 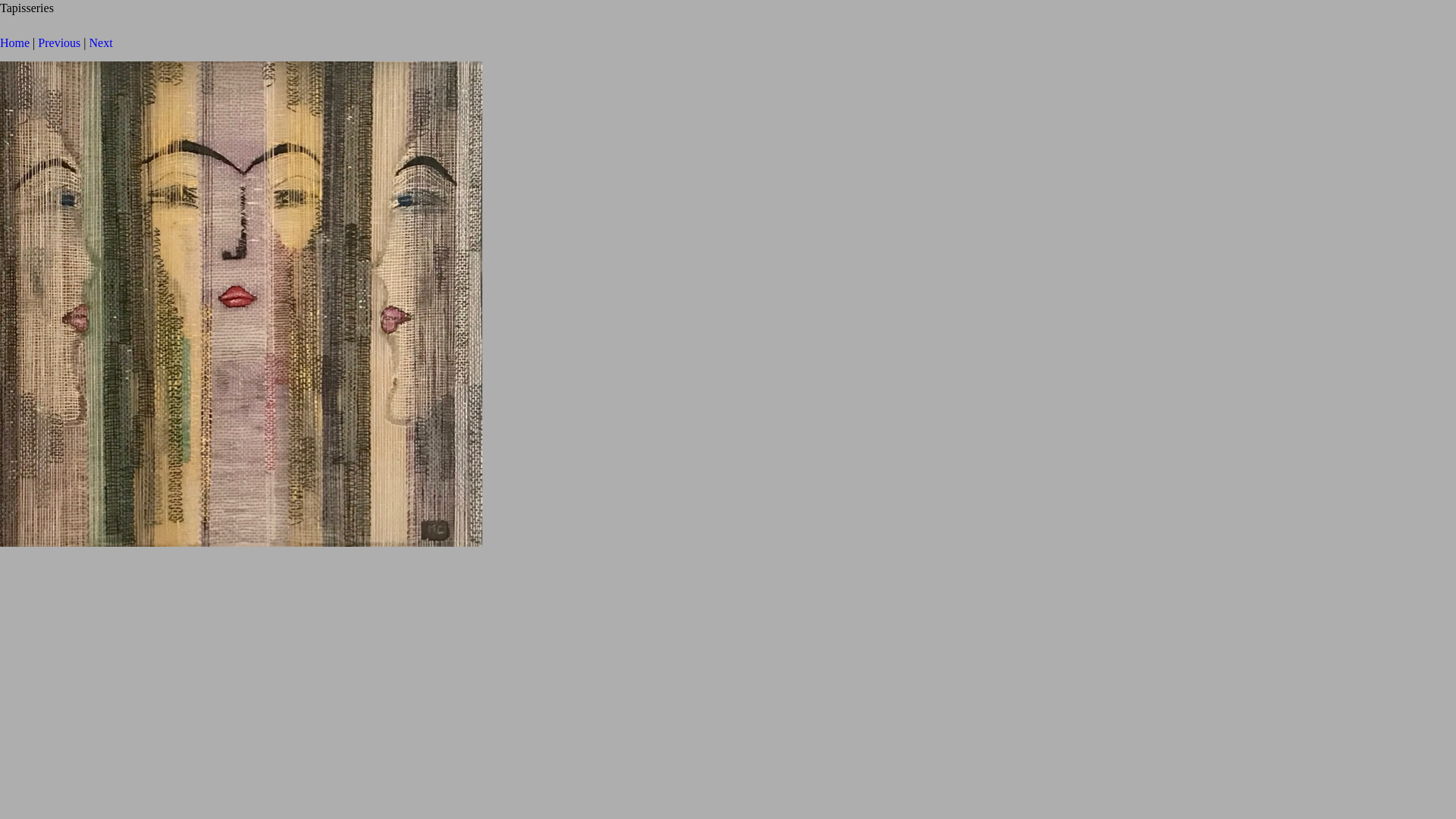 I want to click on 'Home', so click(x=14, y=42).